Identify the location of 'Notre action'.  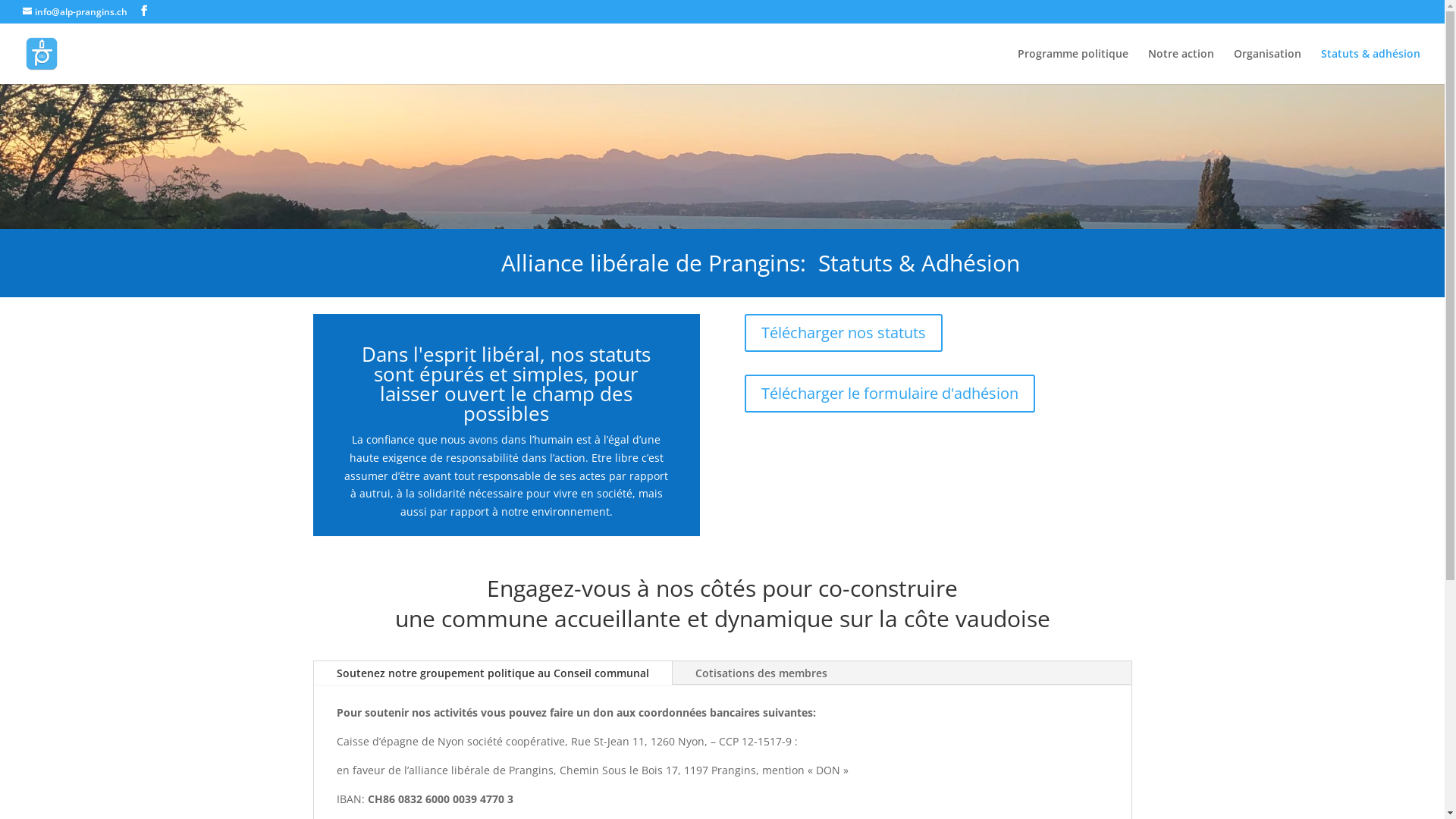
(1180, 65).